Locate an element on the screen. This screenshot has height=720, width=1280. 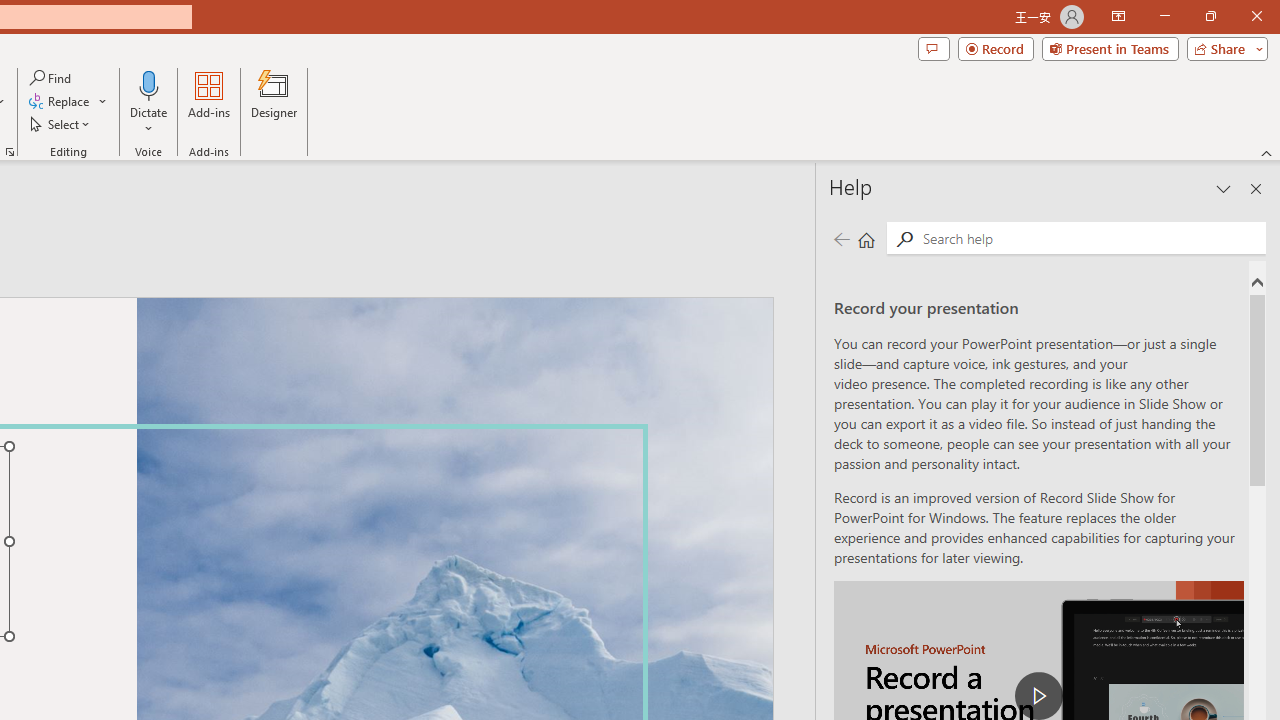
'Dictate' is located at coordinates (148, 103).